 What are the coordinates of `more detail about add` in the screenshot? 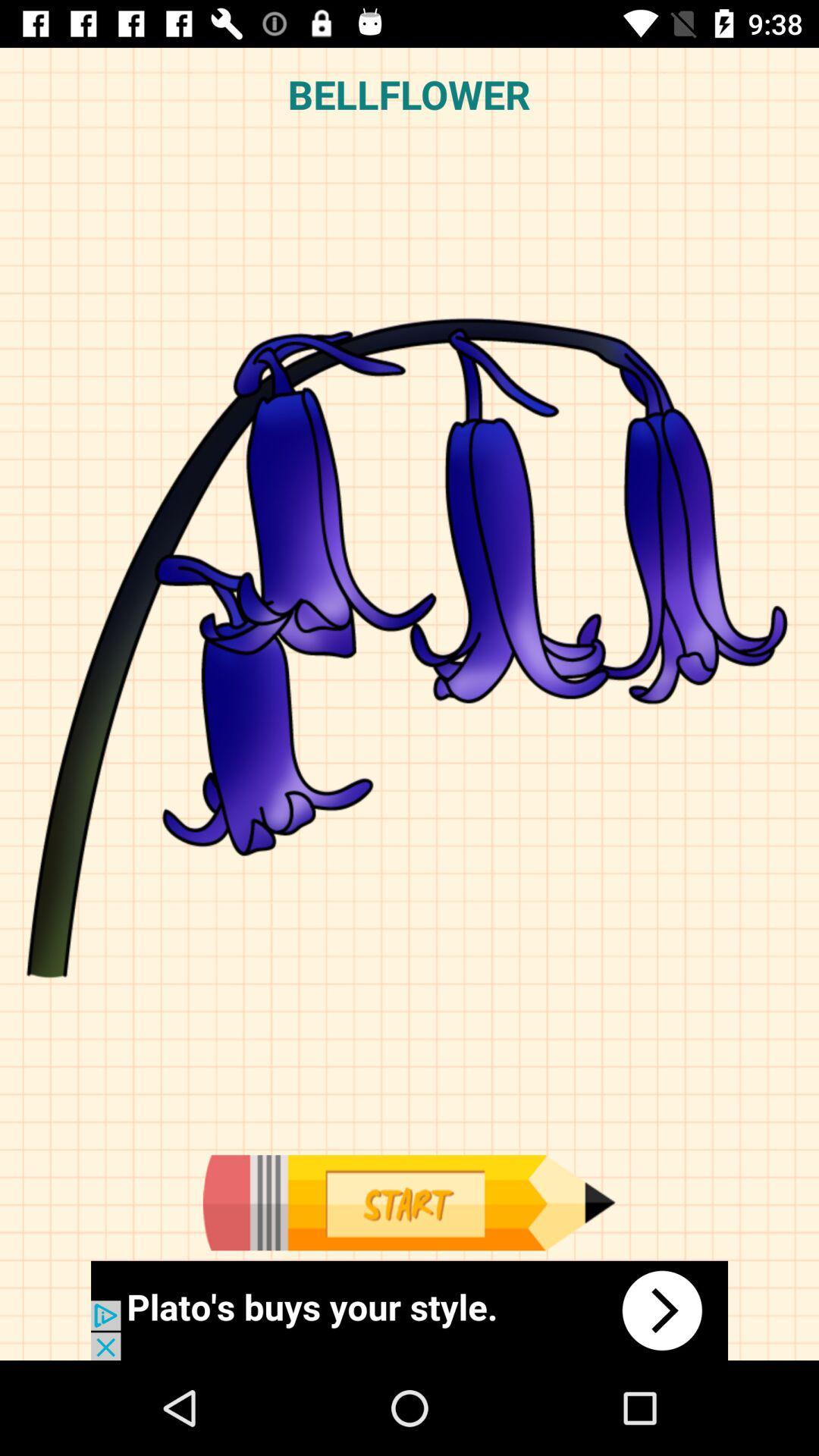 It's located at (409, 1310).